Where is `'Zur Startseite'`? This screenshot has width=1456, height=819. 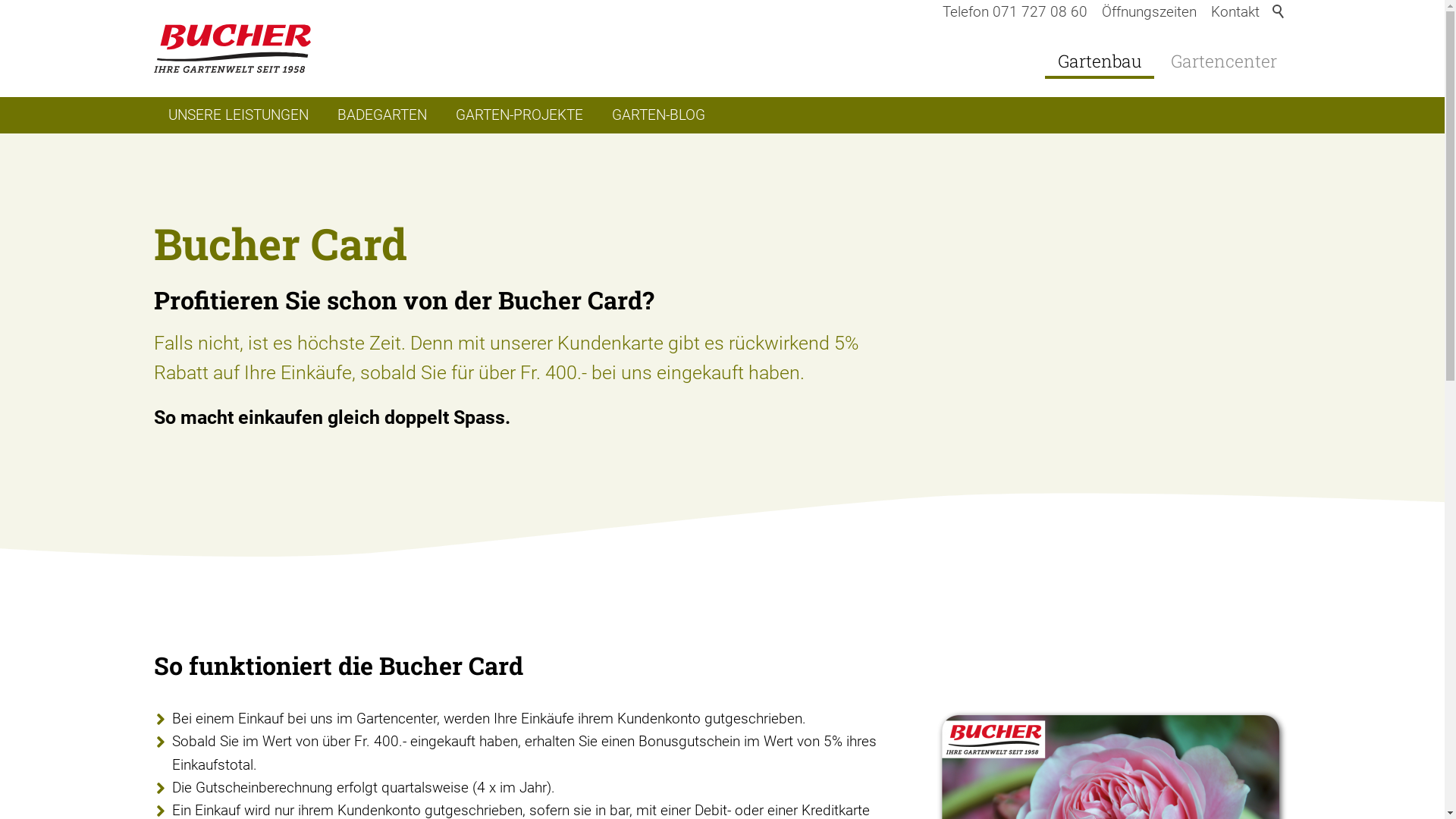
'Zur Startseite' is located at coordinates (231, 48).